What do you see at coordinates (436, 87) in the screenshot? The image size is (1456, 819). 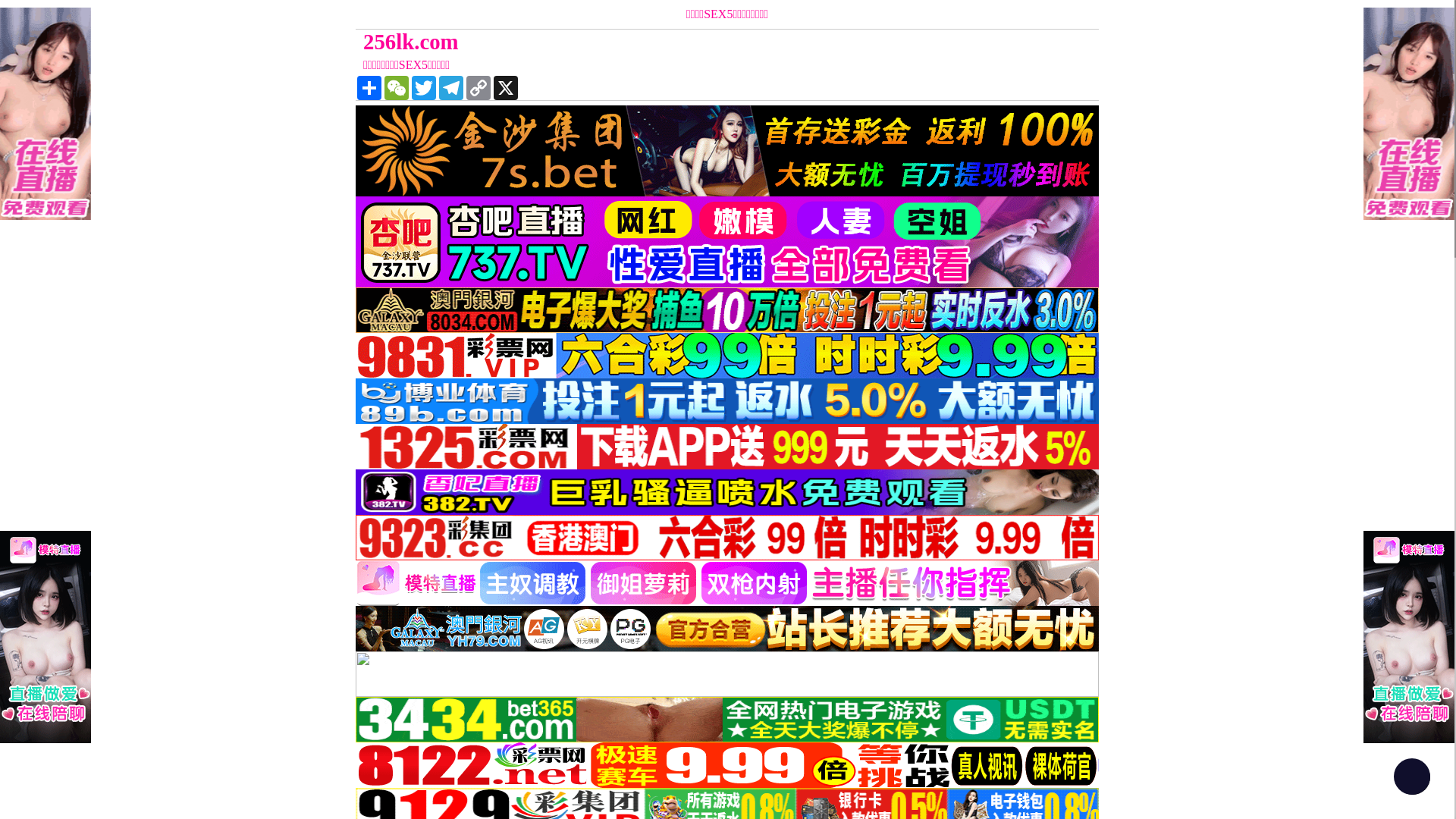 I see `'Telegram'` at bounding box center [436, 87].